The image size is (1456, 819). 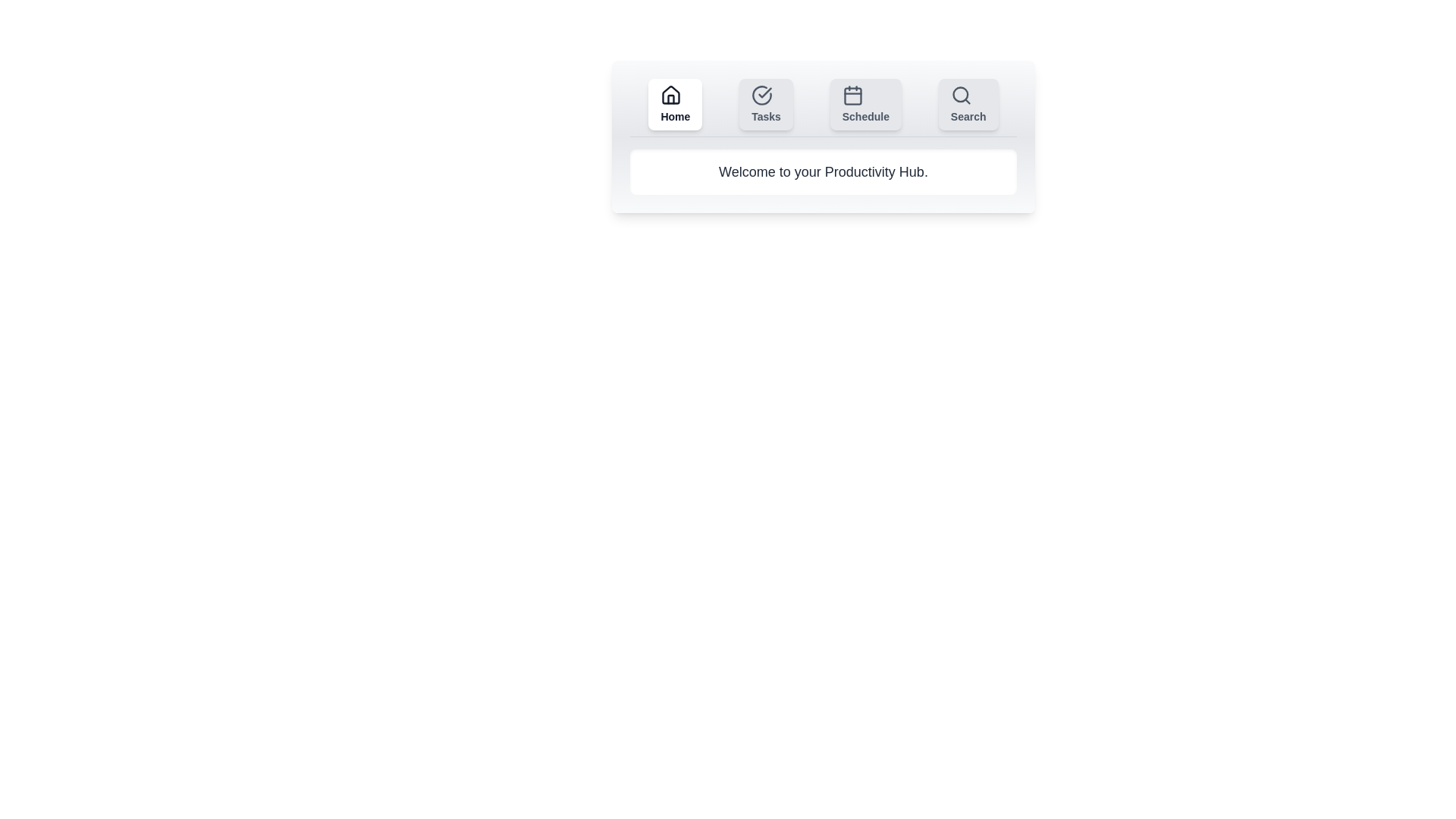 I want to click on the Tasks tab by clicking its respective button, so click(x=766, y=104).